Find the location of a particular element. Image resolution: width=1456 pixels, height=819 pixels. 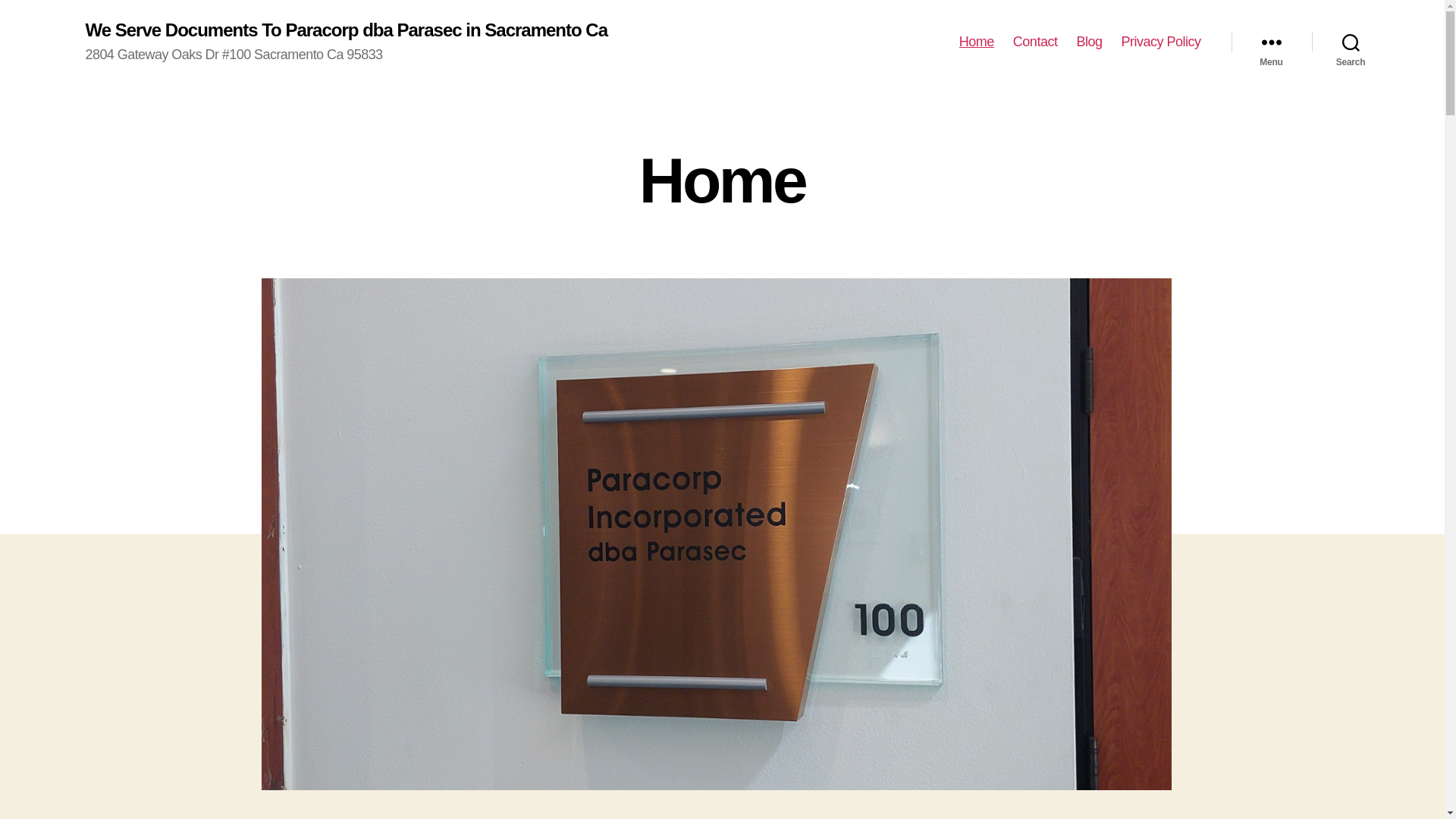

'Blog' is located at coordinates (1087, 42).